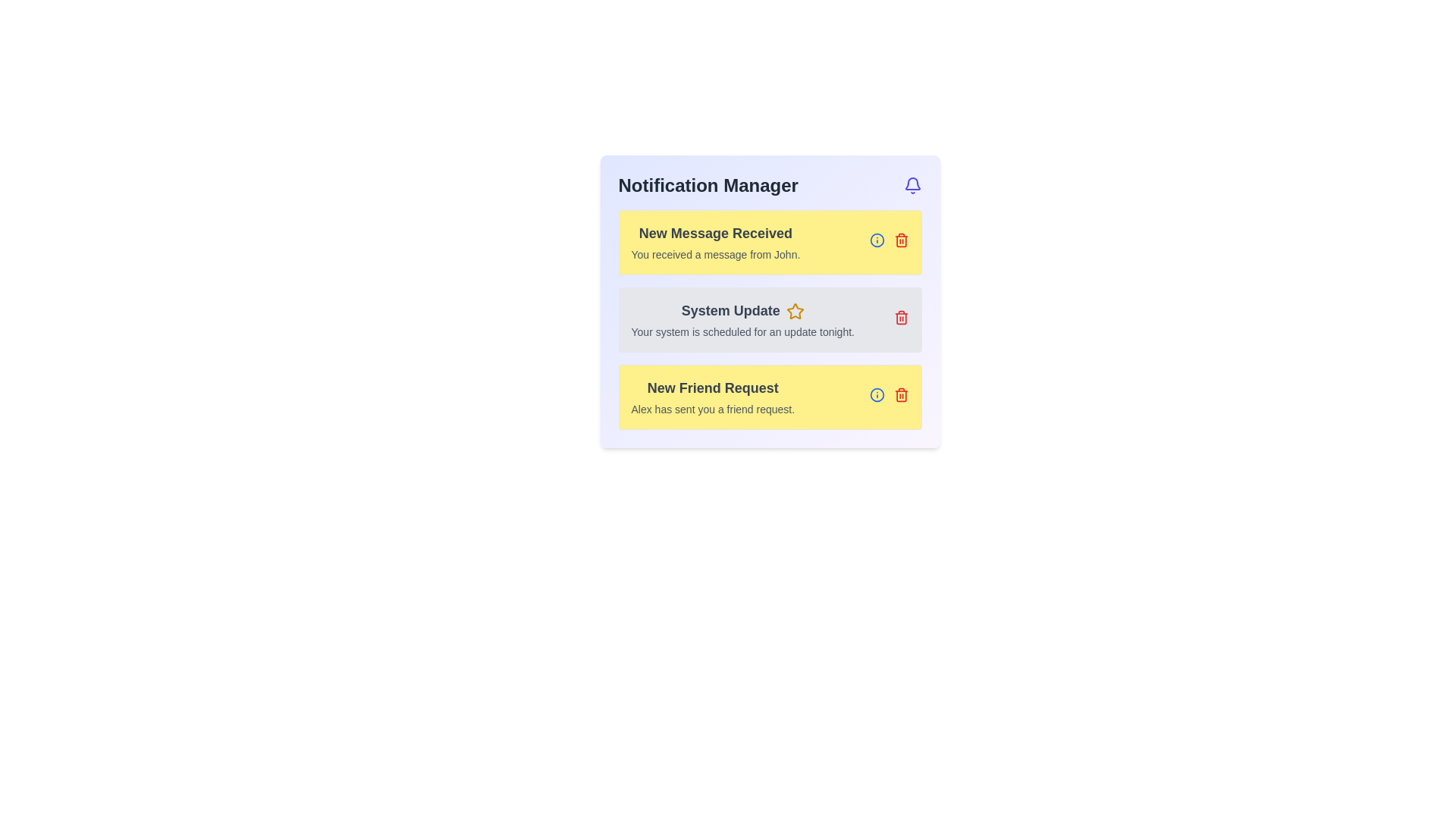 This screenshot has height=819, width=1456. What do you see at coordinates (714, 253) in the screenshot?
I see `text label that says 'You received a message from John.' which is styled with a smaller font size and muted gray color, located directly below the bold text 'New Message Received' in the top-left notification card of the Notification Manager` at bounding box center [714, 253].